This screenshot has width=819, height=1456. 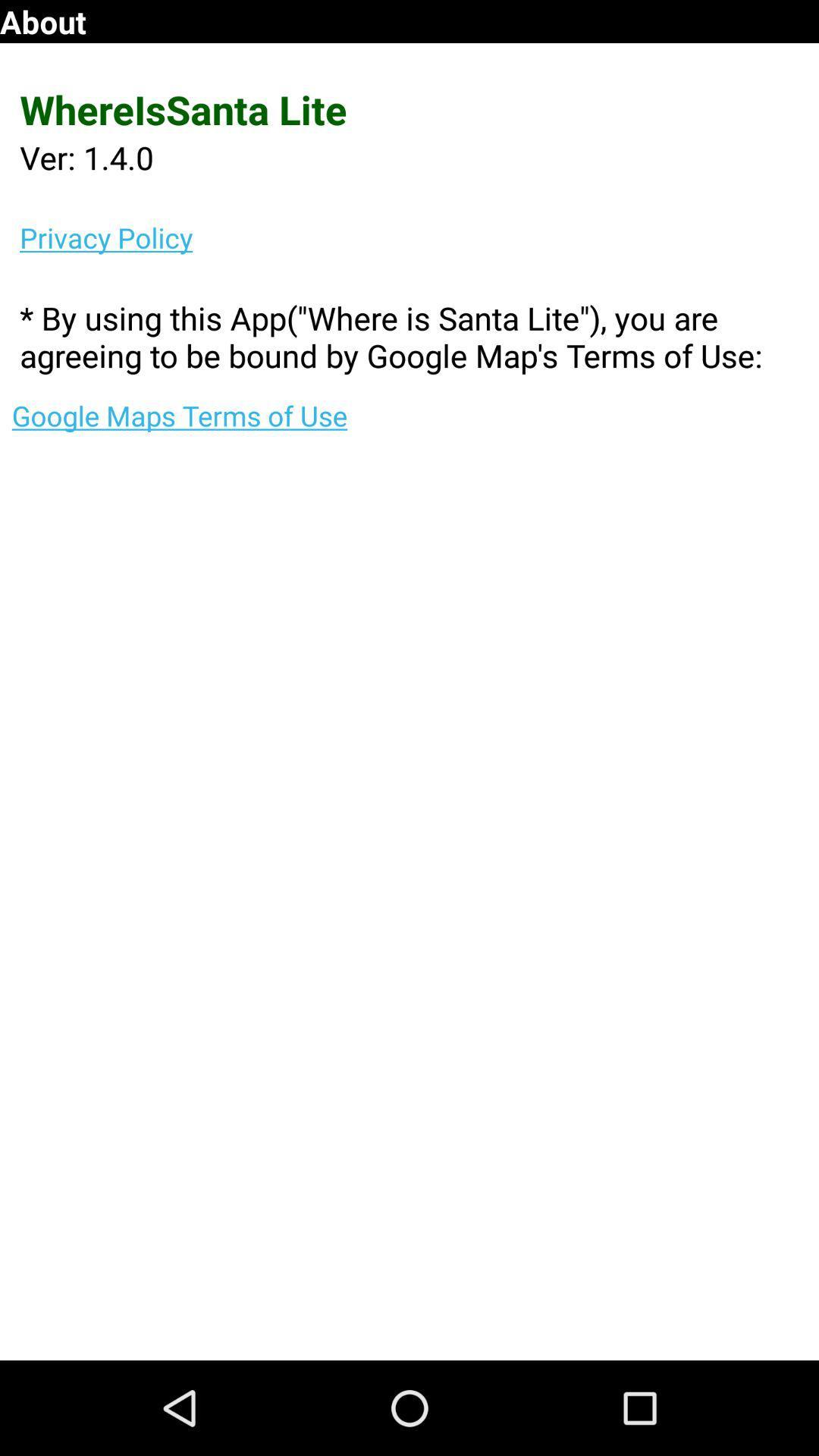 What do you see at coordinates (419, 237) in the screenshot?
I see `privacy policy item` at bounding box center [419, 237].